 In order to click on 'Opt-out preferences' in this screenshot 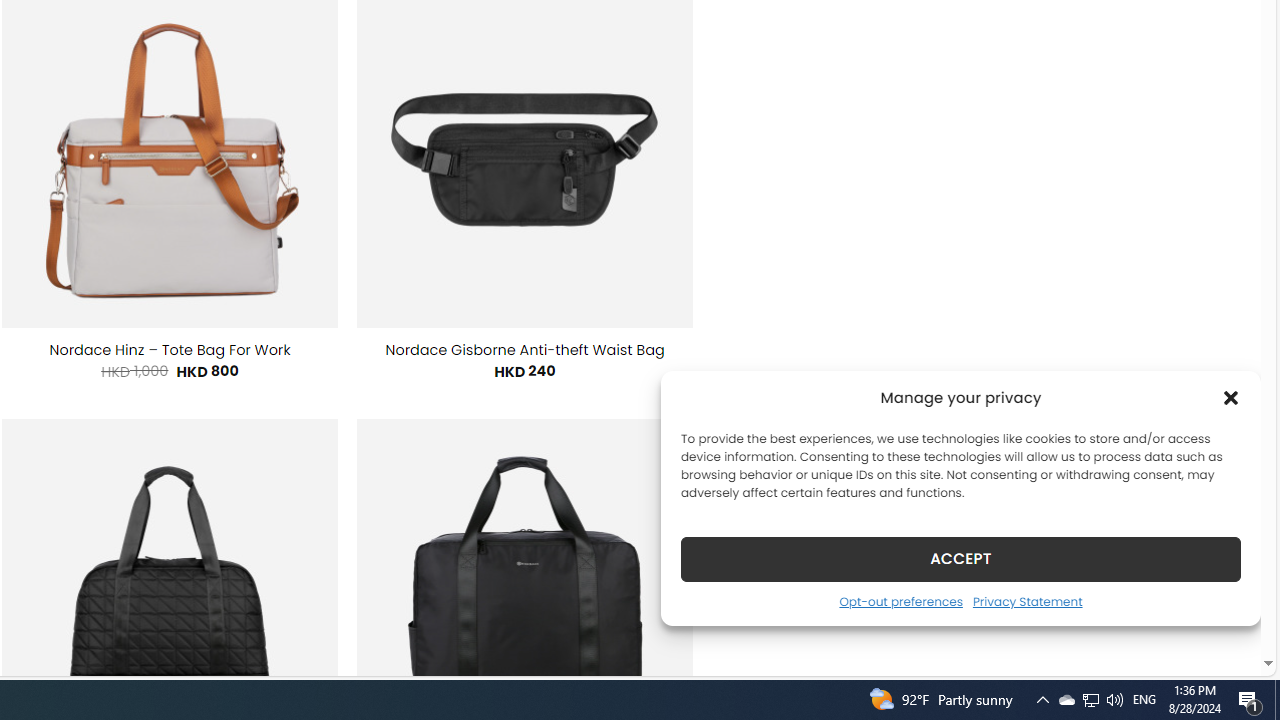, I will do `click(899, 600)`.